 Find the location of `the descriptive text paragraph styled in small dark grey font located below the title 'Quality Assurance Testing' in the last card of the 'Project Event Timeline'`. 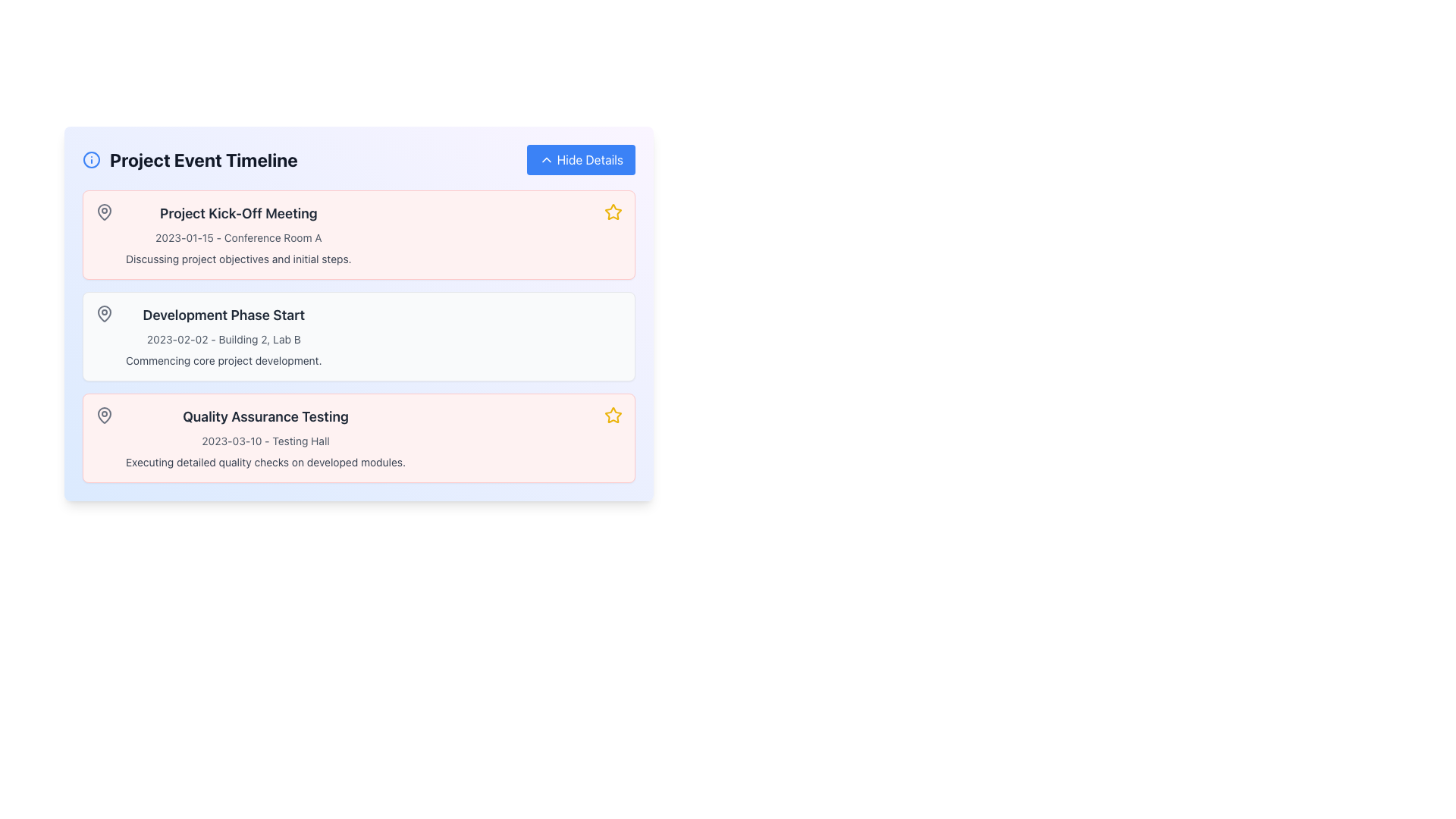

the descriptive text paragraph styled in small dark grey font located below the title 'Quality Assurance Testing' in the last card of the 'Project Event Timeline' is located at coordinates (265, 461).